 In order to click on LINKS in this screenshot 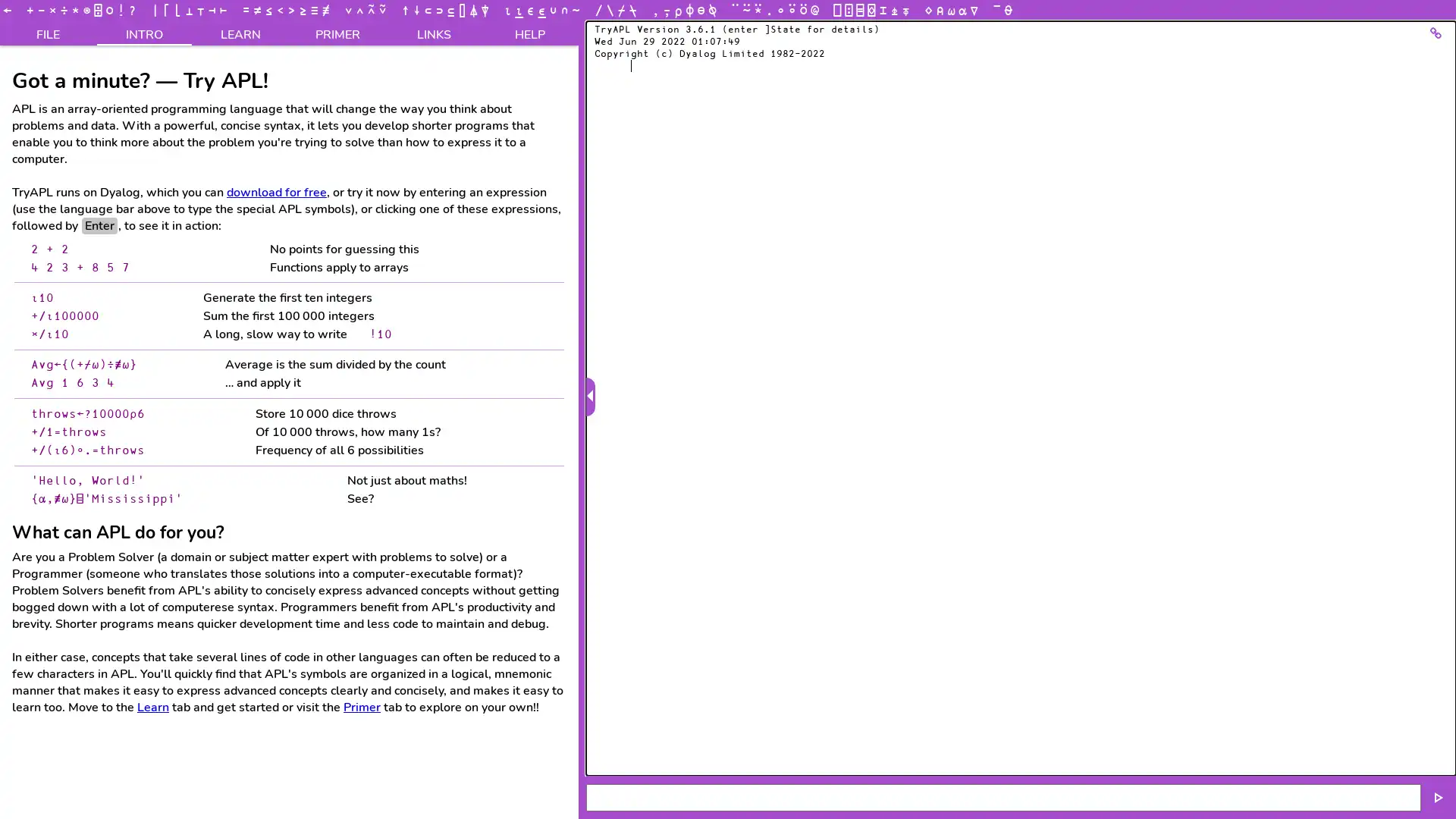, I will do `click(432, 33)`.